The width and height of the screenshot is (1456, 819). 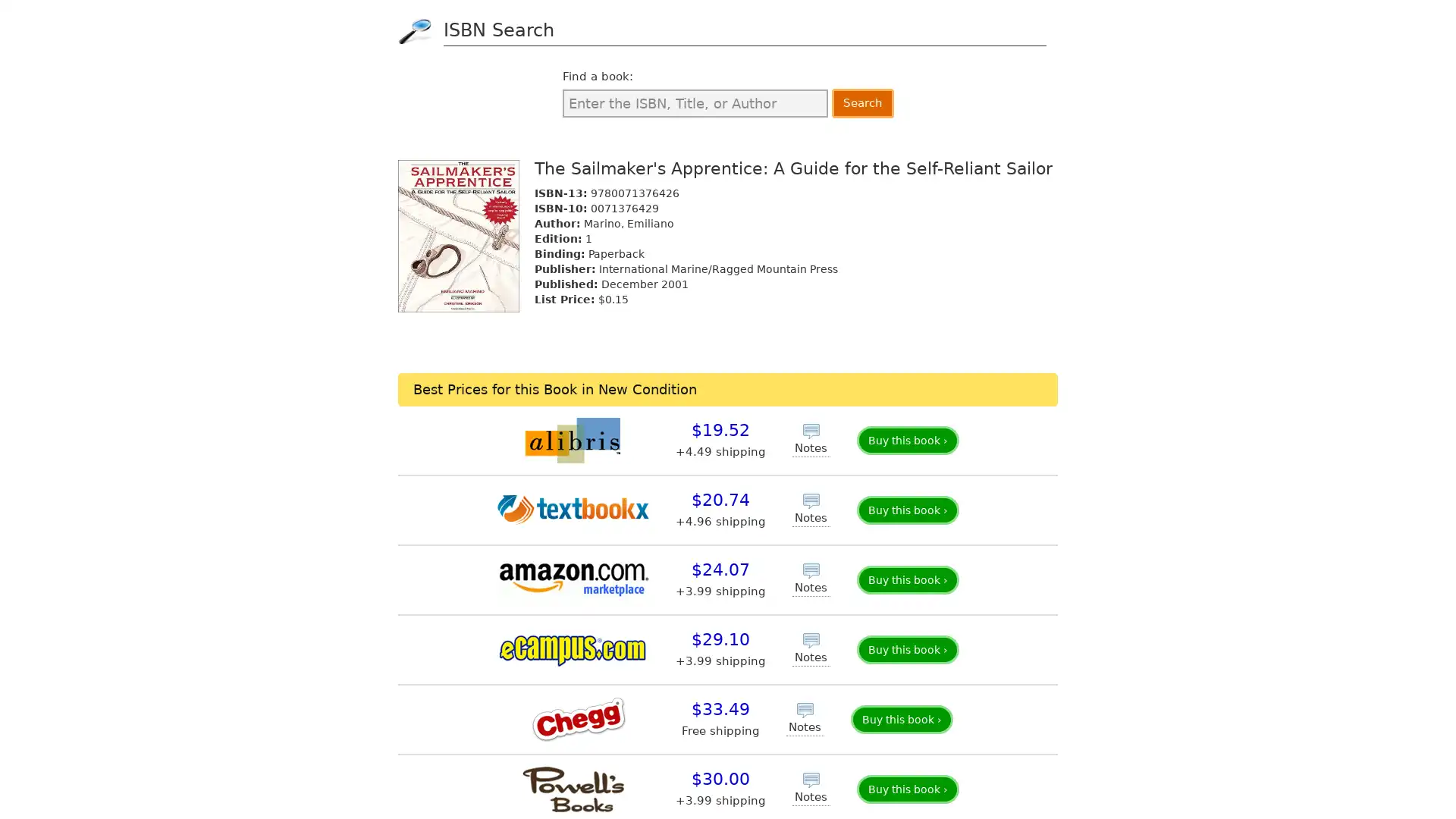 What do you see at coordinates (862, 102) in the screenshot?
I see `Search` at bounding box center [862, 102].